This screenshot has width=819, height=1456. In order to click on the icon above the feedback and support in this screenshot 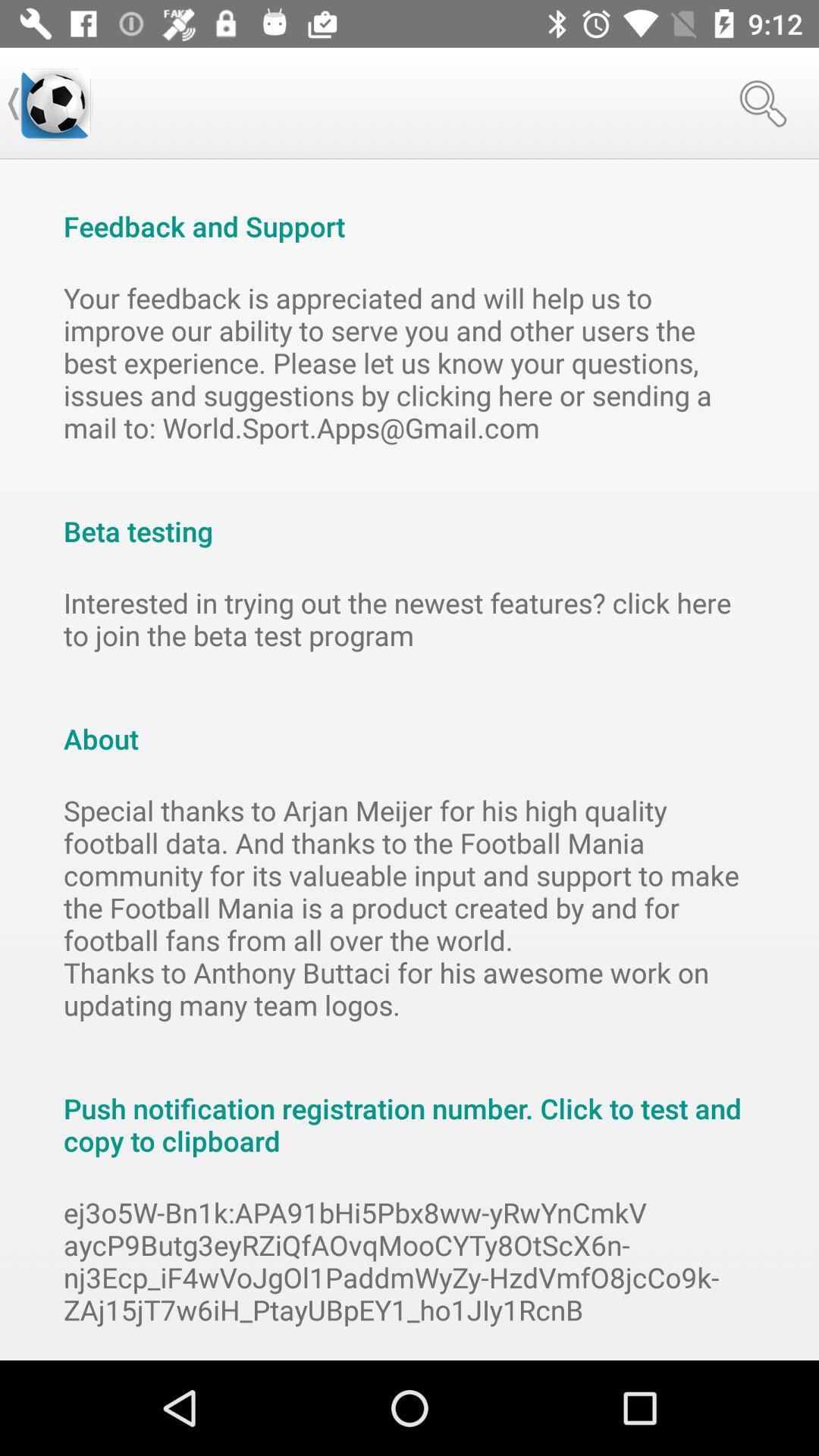, I will do `click(55, 102)`.